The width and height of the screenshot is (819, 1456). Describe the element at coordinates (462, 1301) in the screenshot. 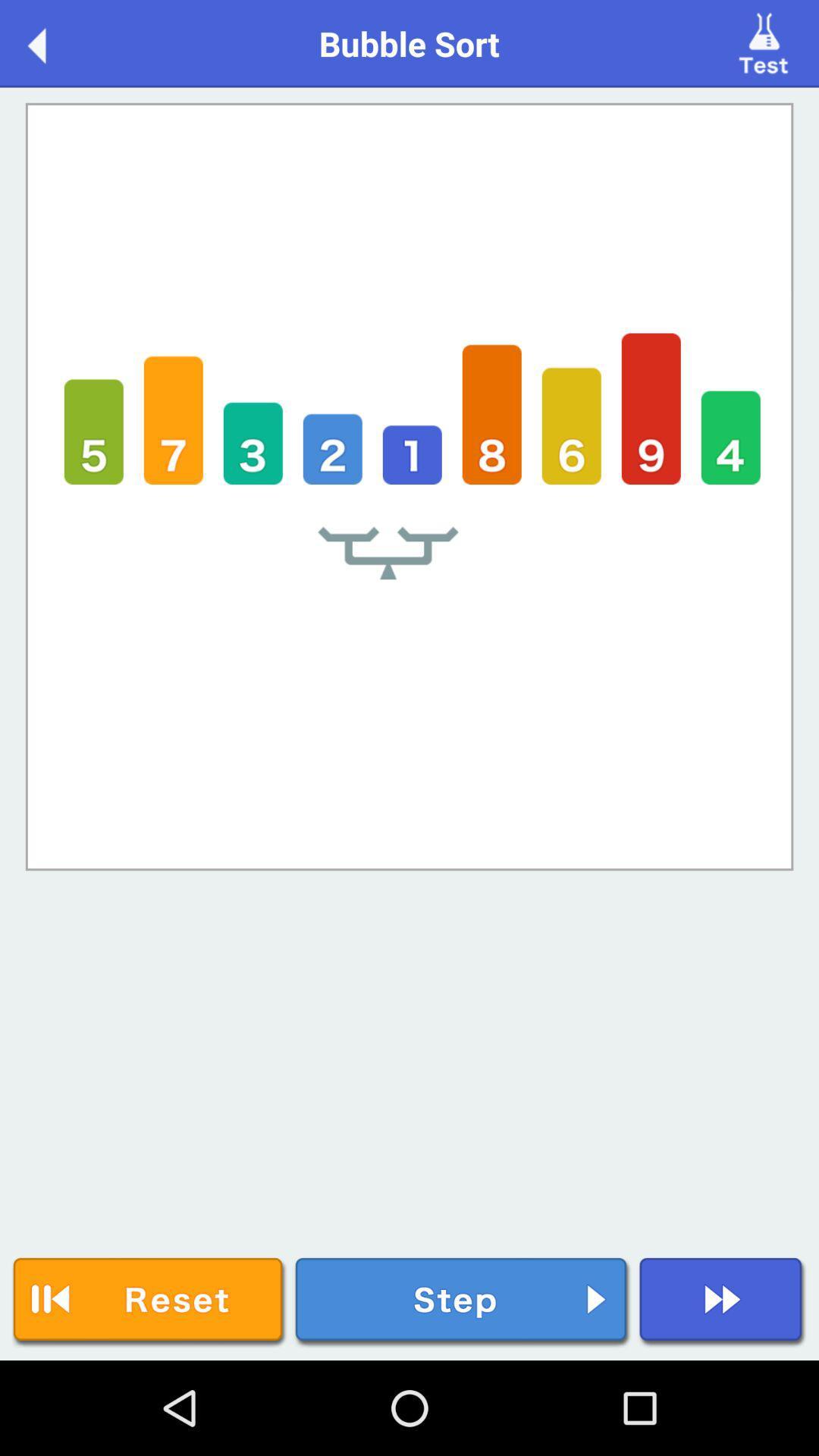

I see `step button` at that location.